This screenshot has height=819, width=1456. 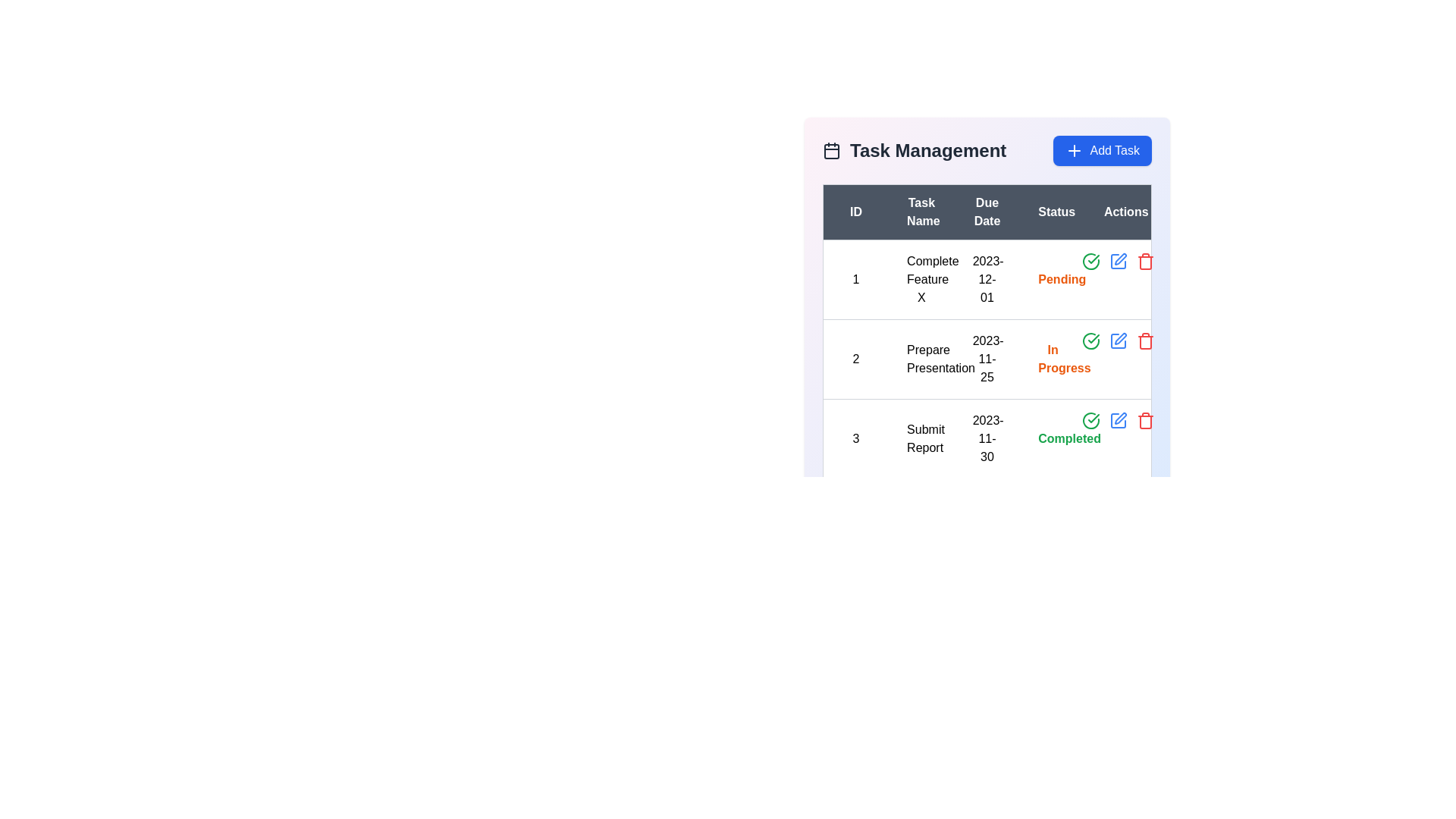 I want to click on the 'Due Date' header cell in the task management table, which is the third header cell located in the upper region of the table, so click(x=987, y=212).